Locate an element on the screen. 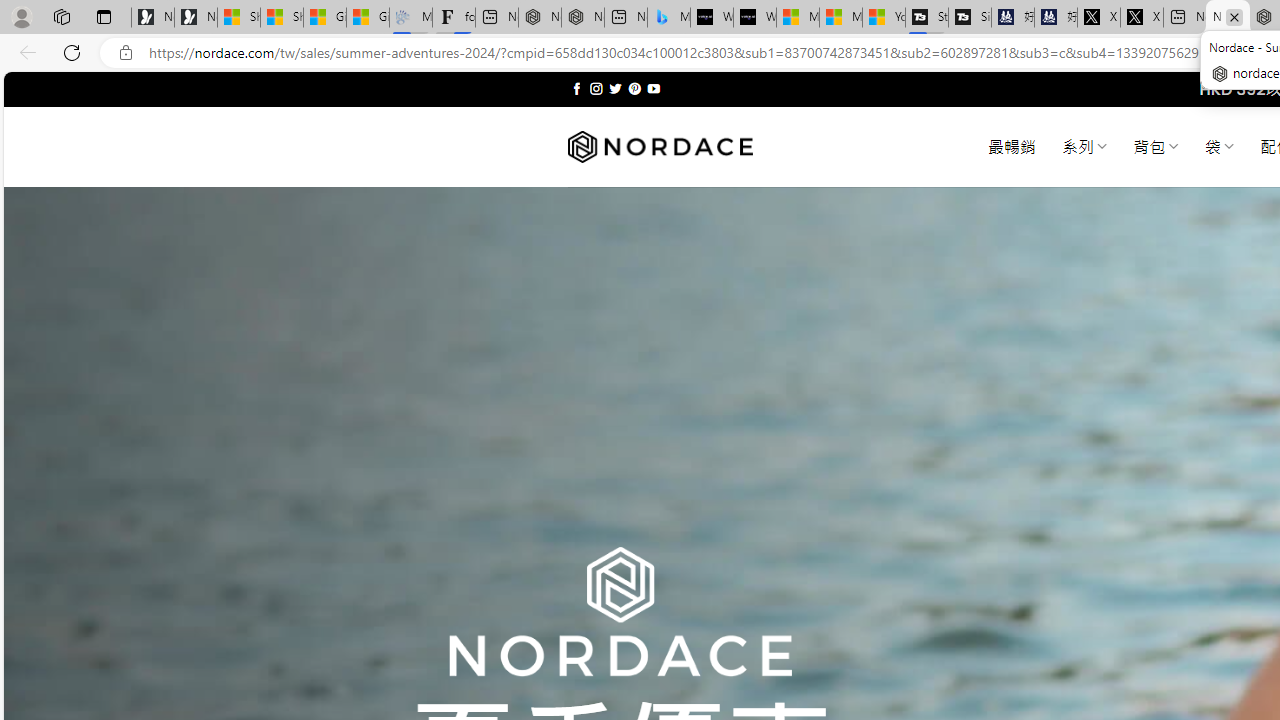 The image size is (1280, 720). 'Follow on YouTube' is located at coordinates (653, 88).